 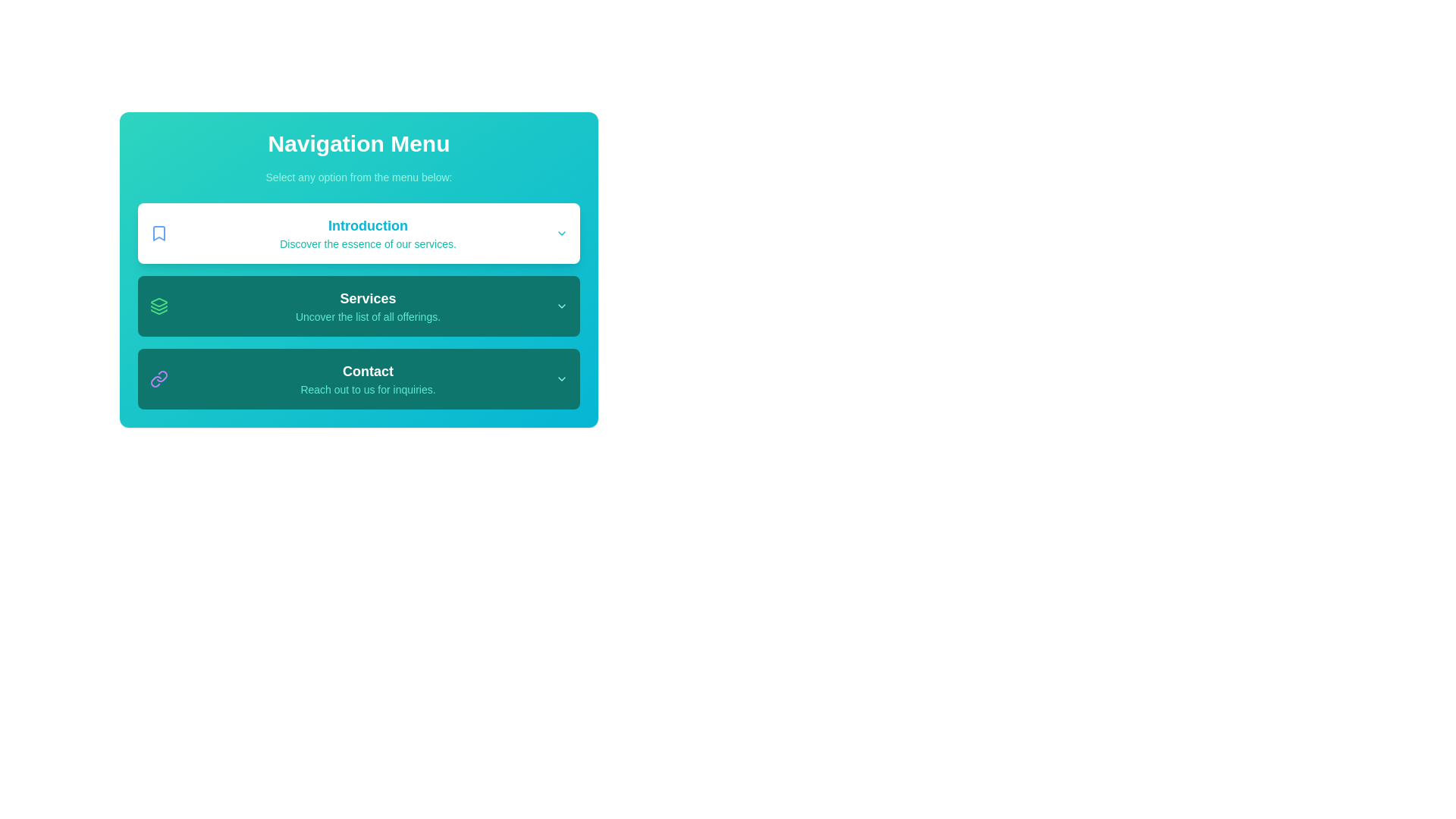 I want to click on the static header text label located at the upper part of the interface with a gradient teal-to-cyan background, which serves as the title for the menu or section, so click(x=358, y=143).